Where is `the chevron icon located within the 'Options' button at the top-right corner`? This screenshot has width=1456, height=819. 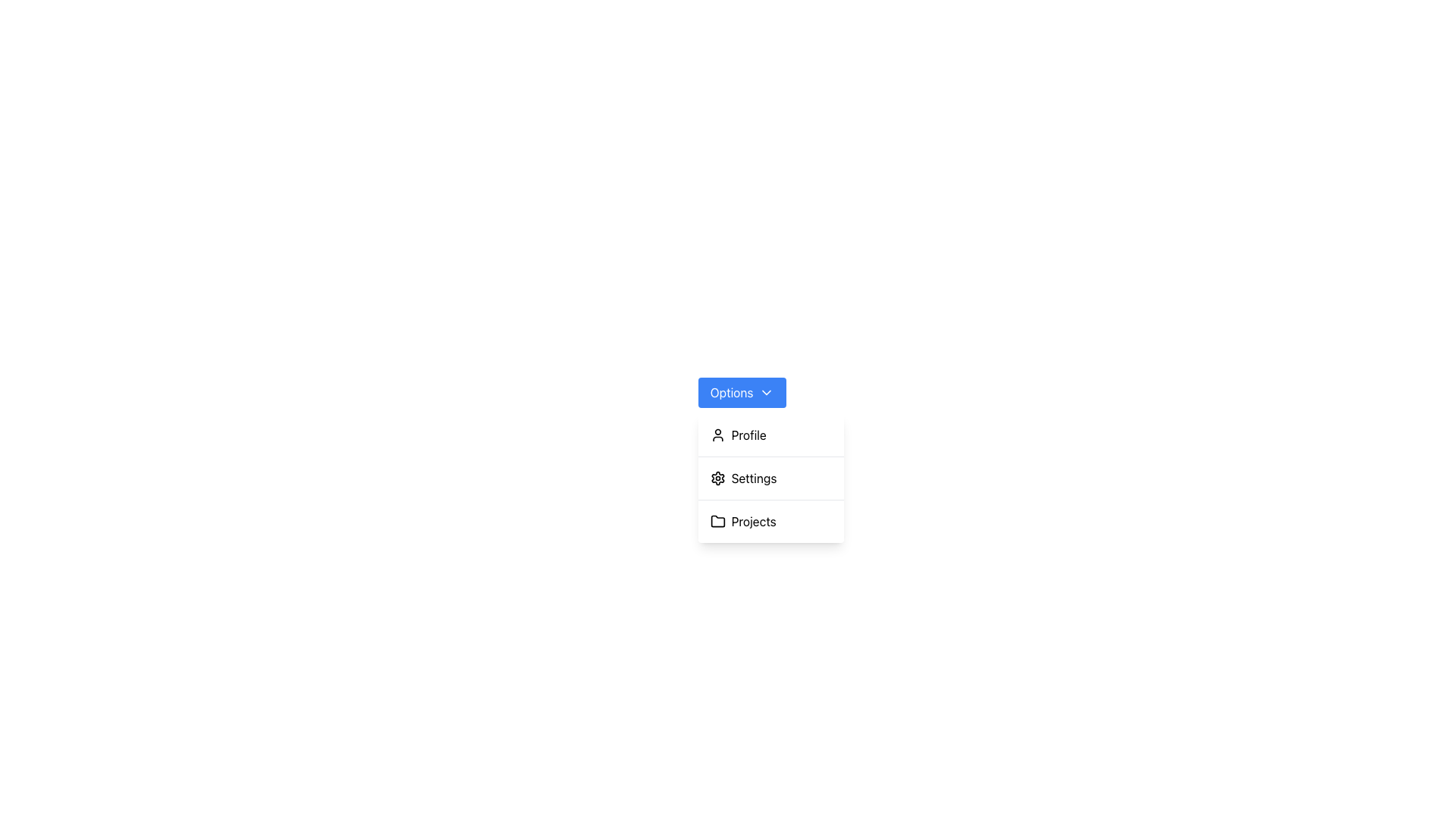 the chevron icon located within the 'Options' button at the top-right corner is located at coordinates (767, 391).